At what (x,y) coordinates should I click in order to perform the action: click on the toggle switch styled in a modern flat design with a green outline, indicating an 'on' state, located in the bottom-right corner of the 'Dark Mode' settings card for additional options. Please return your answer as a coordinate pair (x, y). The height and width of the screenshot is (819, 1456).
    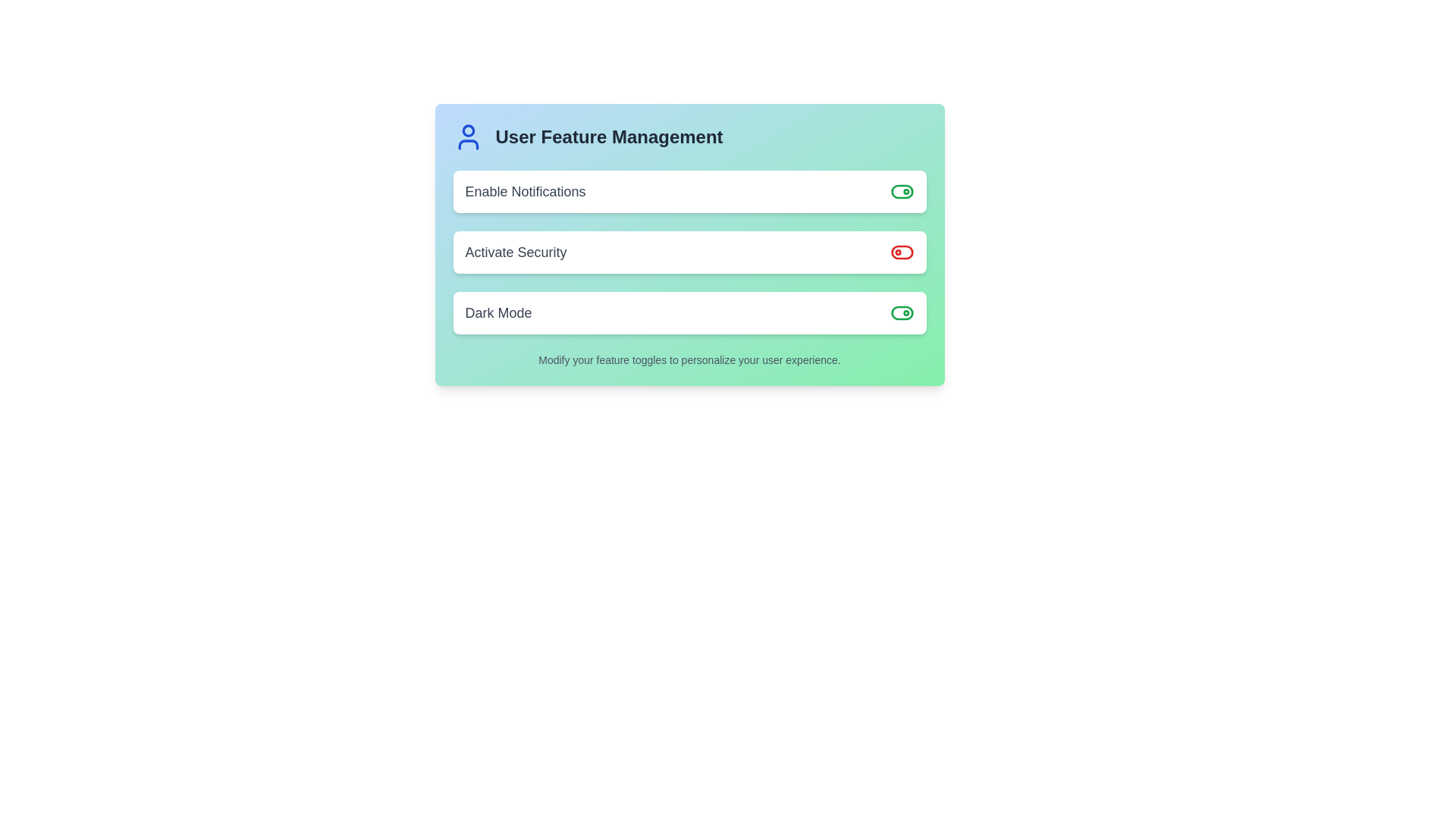
    Looking at the image, I should click on (902, 312).